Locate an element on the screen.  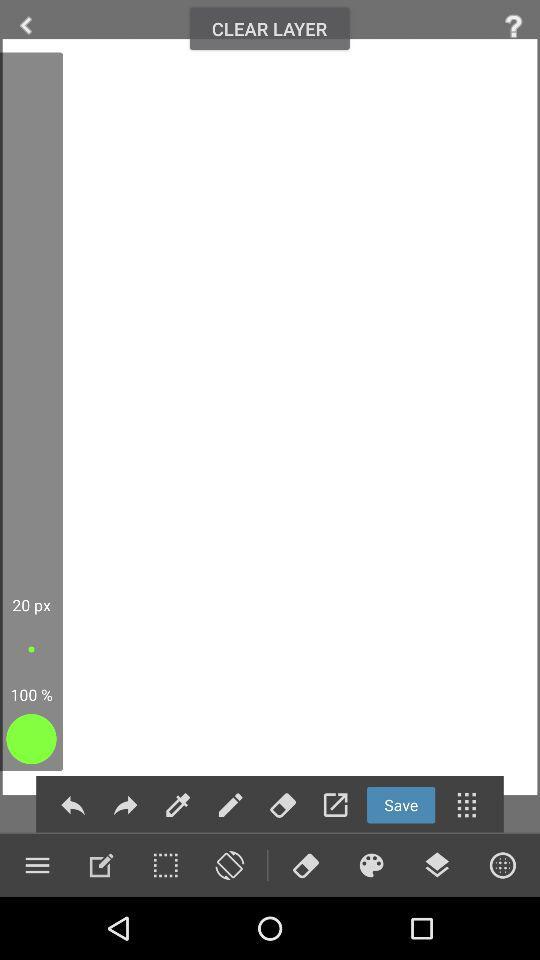
circle is located at coordinates (501, 864).